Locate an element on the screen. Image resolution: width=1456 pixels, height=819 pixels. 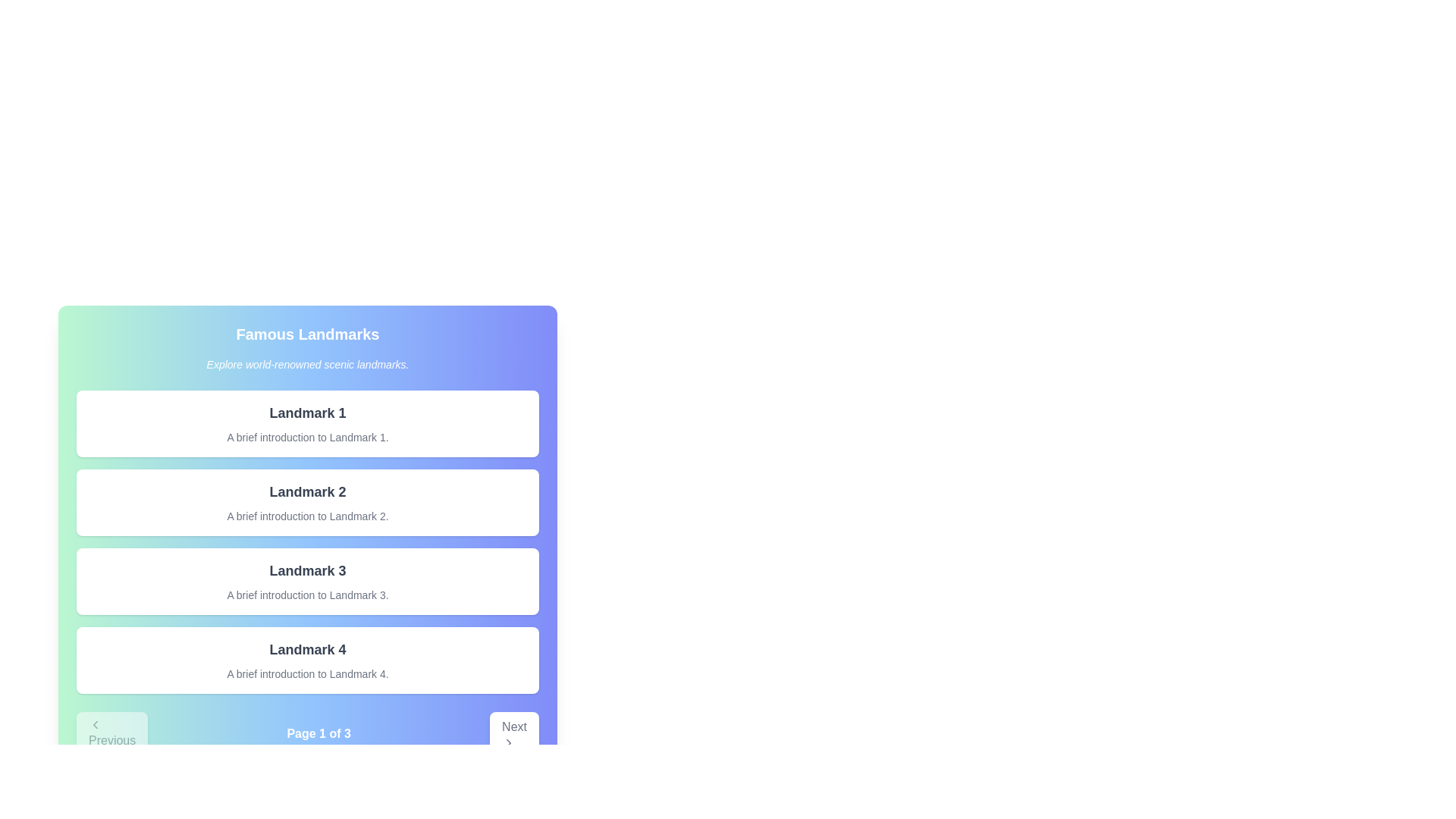
the Label that reads 'Landmark 4', which is styled in bold and larger font, located at the top of the fourth card in a vertical list is located at coordinates (307, 648).